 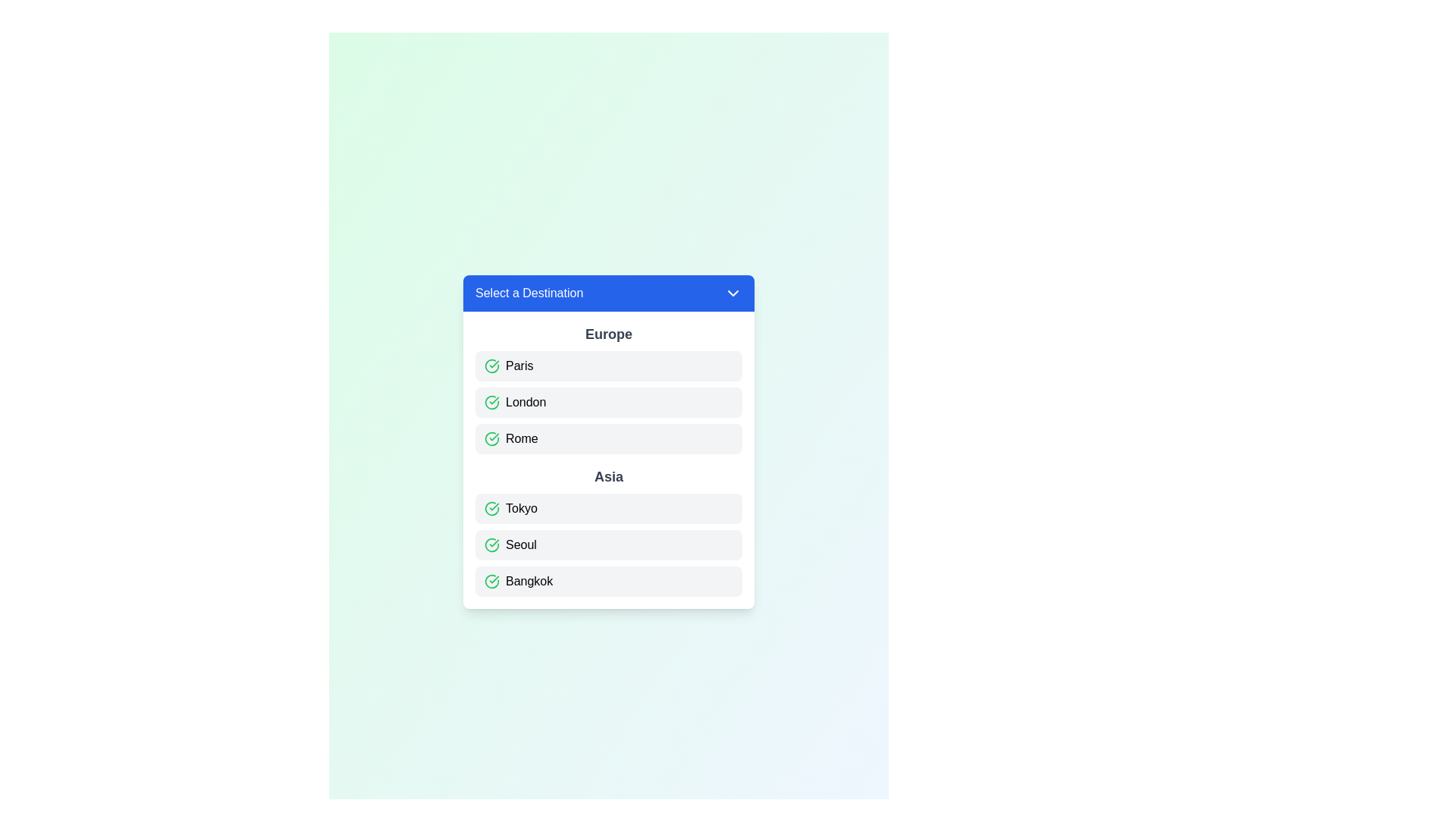 I want to click on the text label displaying 'Rome' within the selectable list item under the 'Europe' header in the dropdown labeled 'Select a Destination', so click(x=522, y=438).